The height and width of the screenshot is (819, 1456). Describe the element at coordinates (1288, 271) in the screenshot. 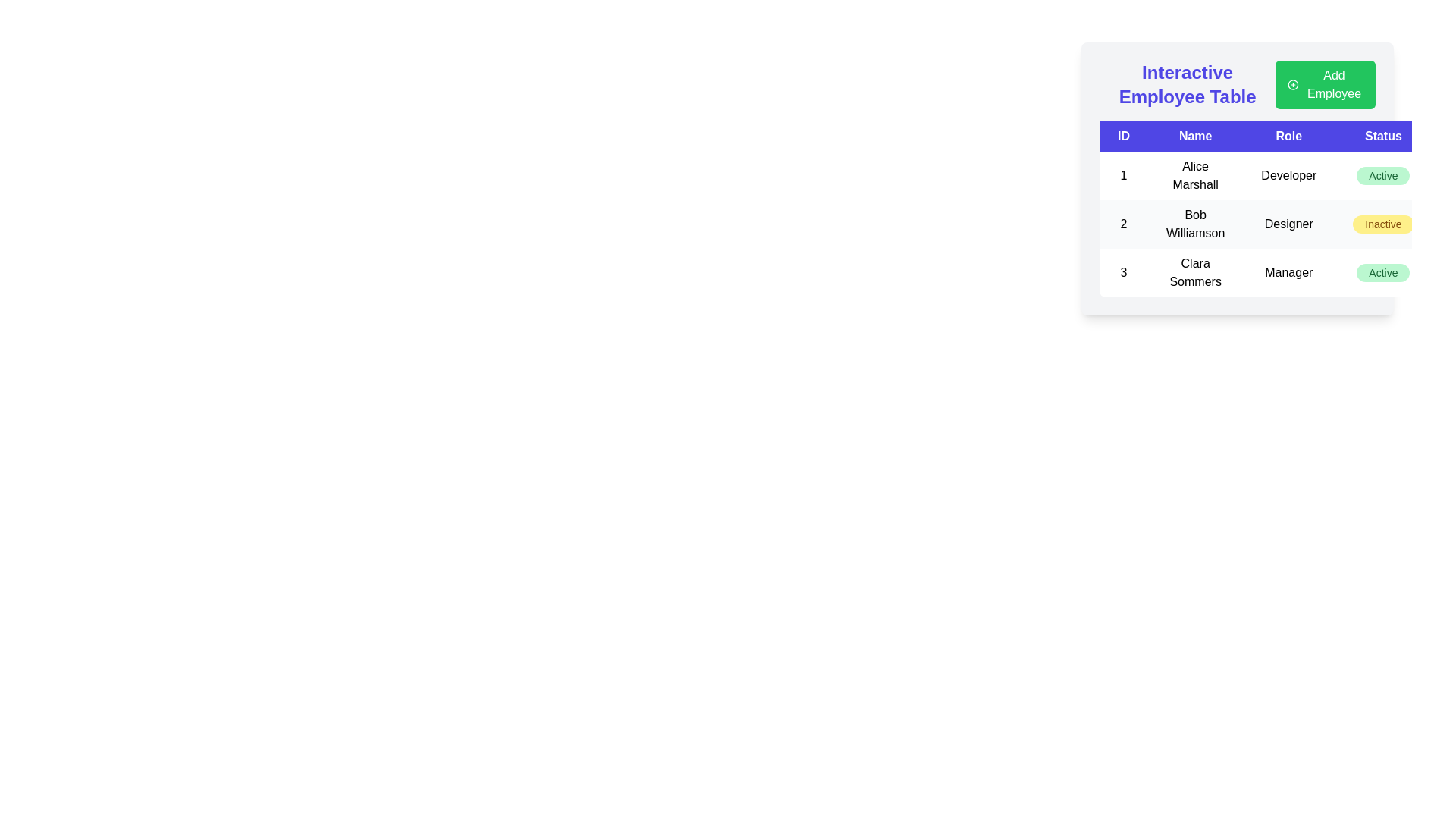

I see `the 'Manager' text label in the last row of the Interactive Employee Table, which is the third column from the right corresponding to Clara Sommers` at that location.